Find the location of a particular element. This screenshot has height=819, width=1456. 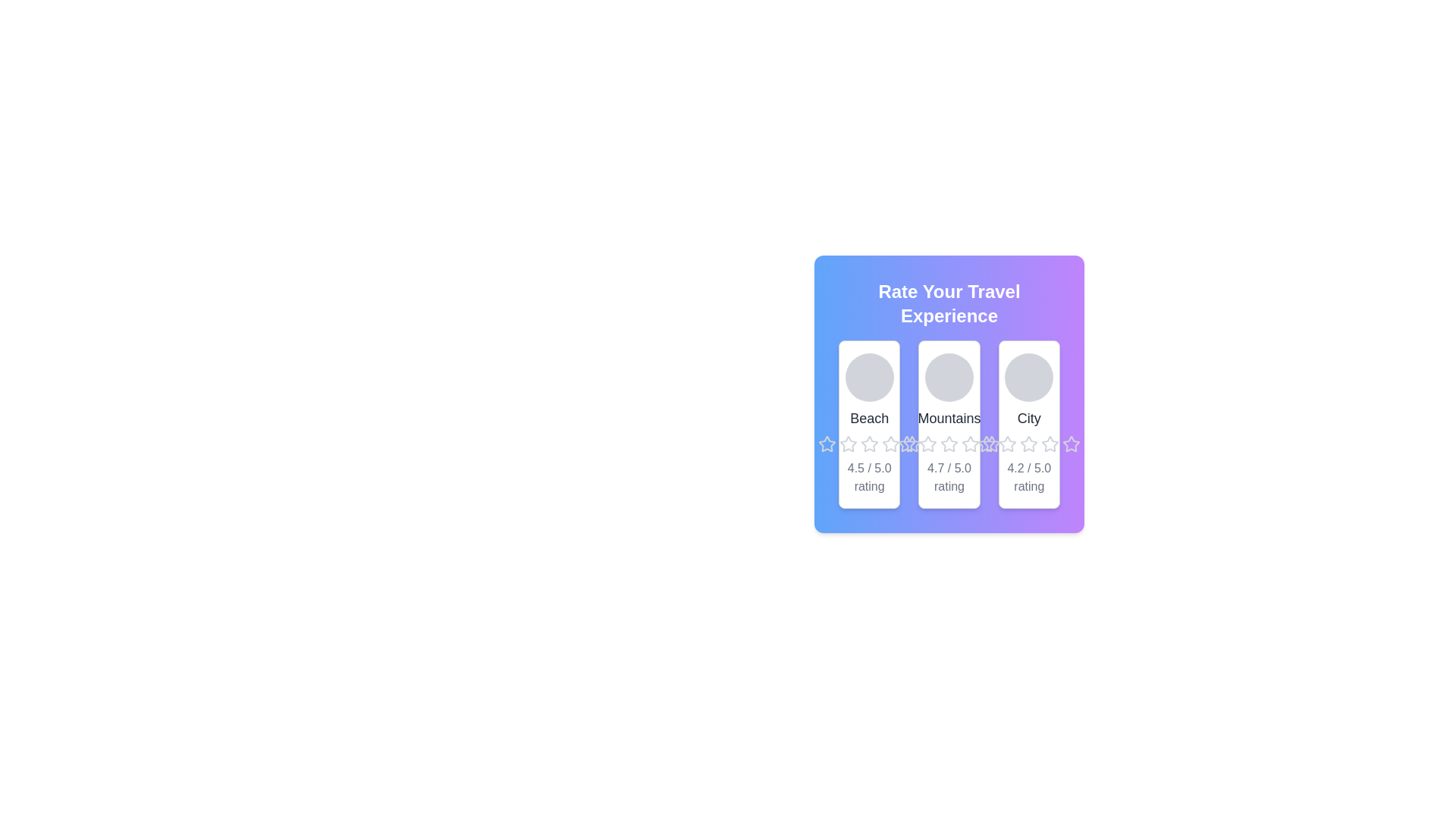

the second star icon in the rating component under the 'Beach' card is located at coordinates (869, 444).